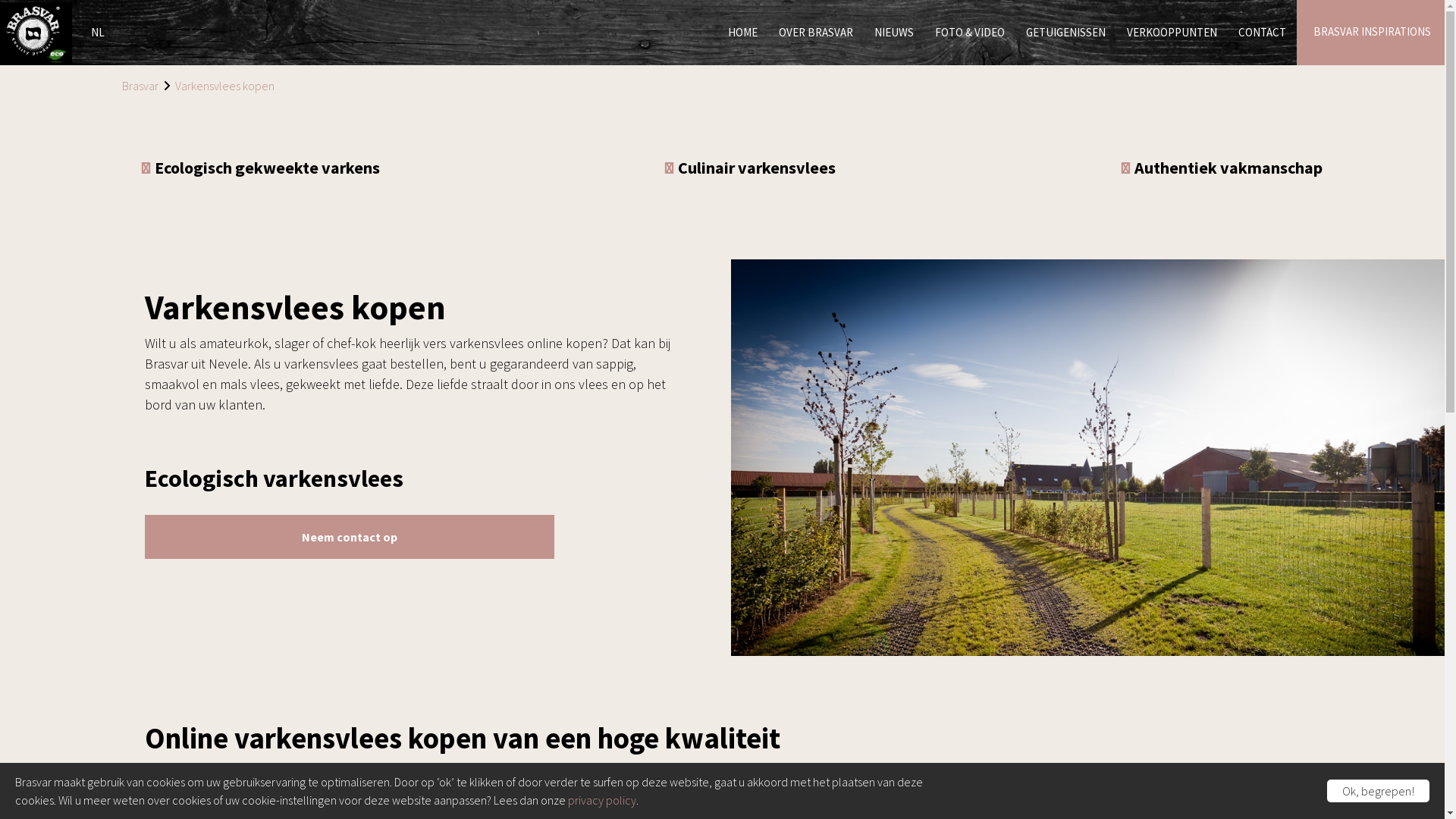 This screenshot has height=819, width=1456. What do you see at coordinates (1378, 789) in the screenshot?
I see `'Ok, begrepen!'` at bounding box center [1378, 789].